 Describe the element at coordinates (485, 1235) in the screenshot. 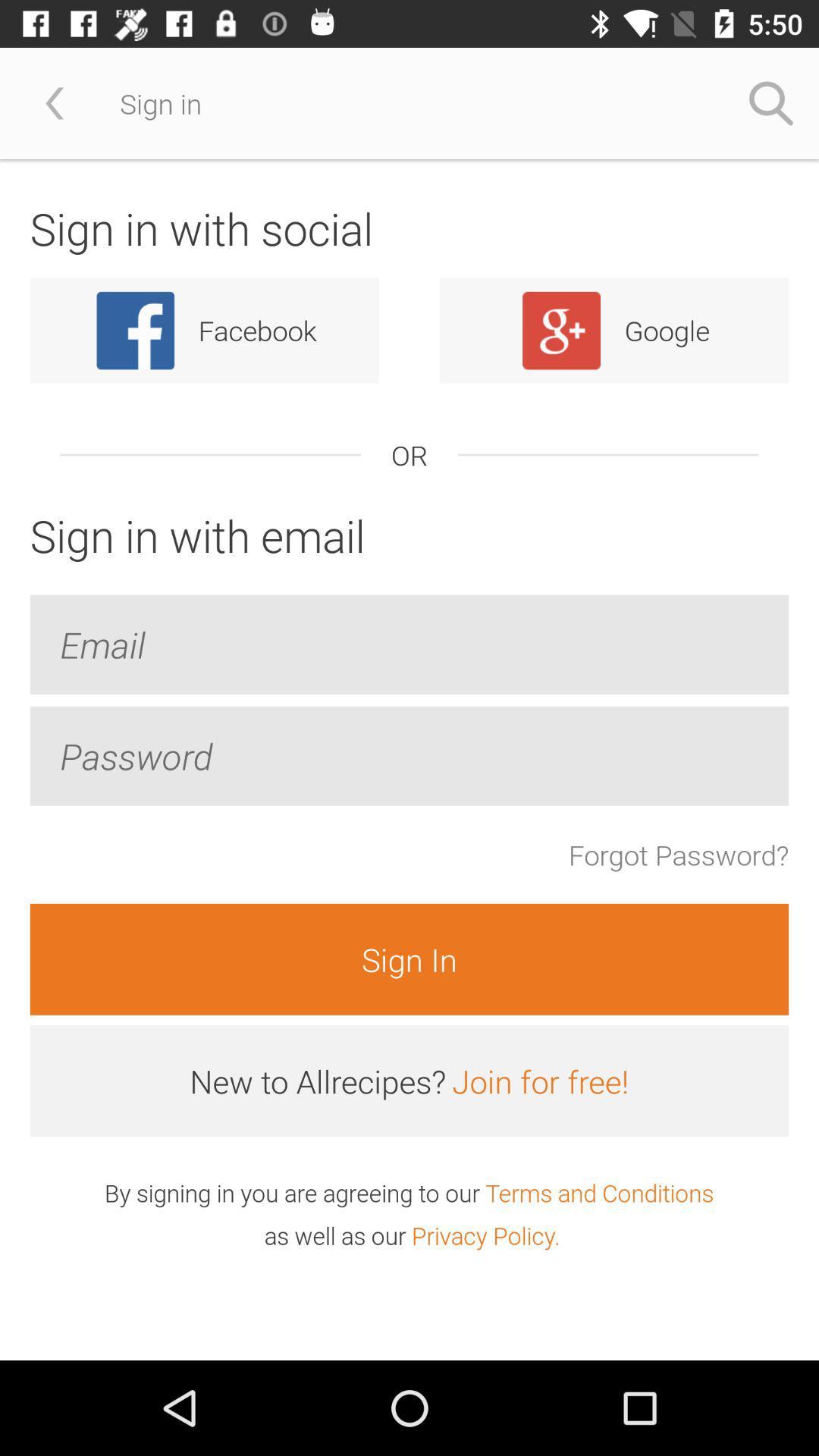

I see `the item below the by signing in` at that location.